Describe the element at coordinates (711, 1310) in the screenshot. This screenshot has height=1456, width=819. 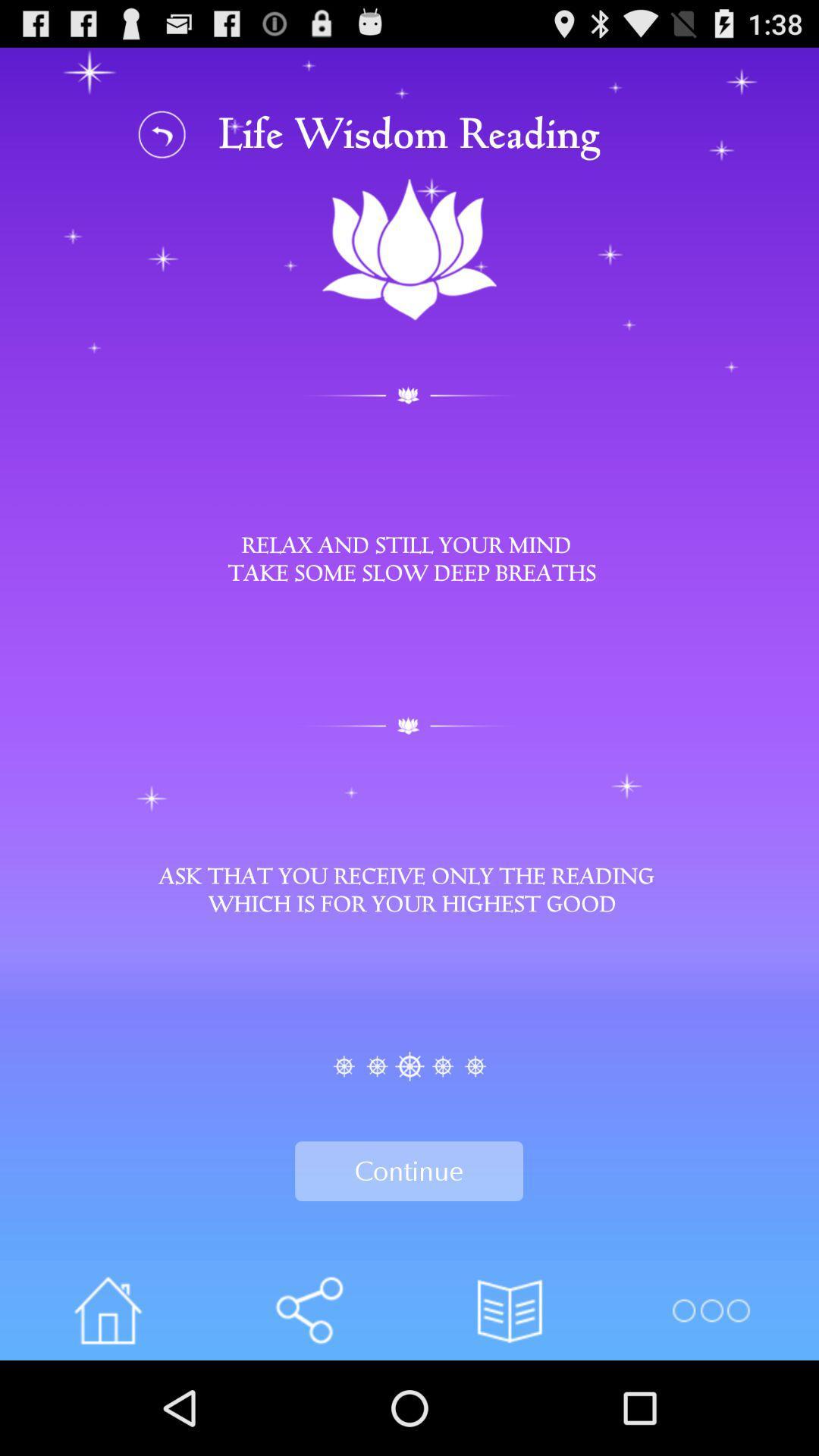
I see `main menu` at that location.